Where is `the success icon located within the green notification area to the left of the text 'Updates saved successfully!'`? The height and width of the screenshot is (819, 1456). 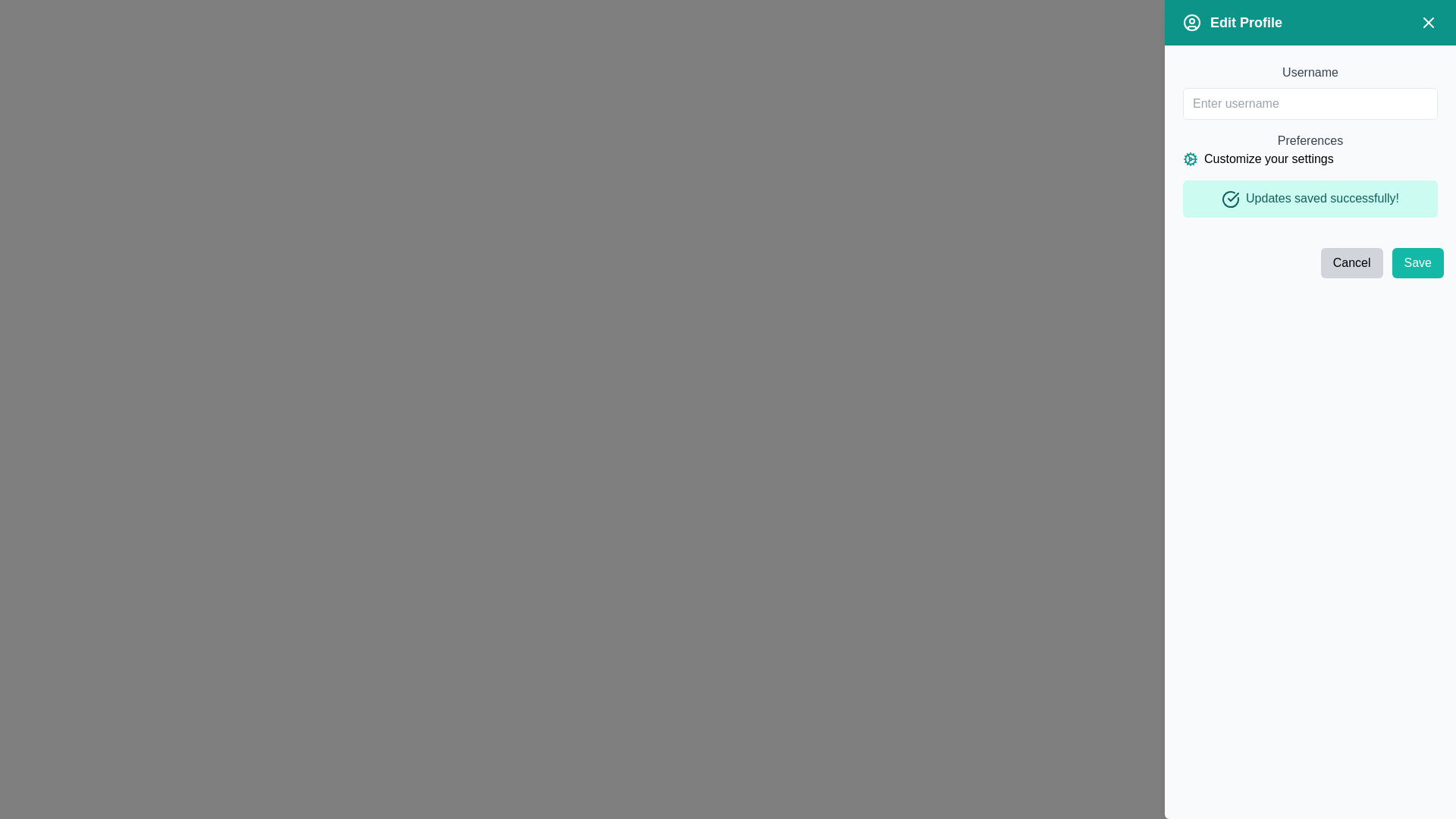
the success icon located within the green notification area to the left of the text 'Updates saved successfully!' is located at coordinates (1230, 198).